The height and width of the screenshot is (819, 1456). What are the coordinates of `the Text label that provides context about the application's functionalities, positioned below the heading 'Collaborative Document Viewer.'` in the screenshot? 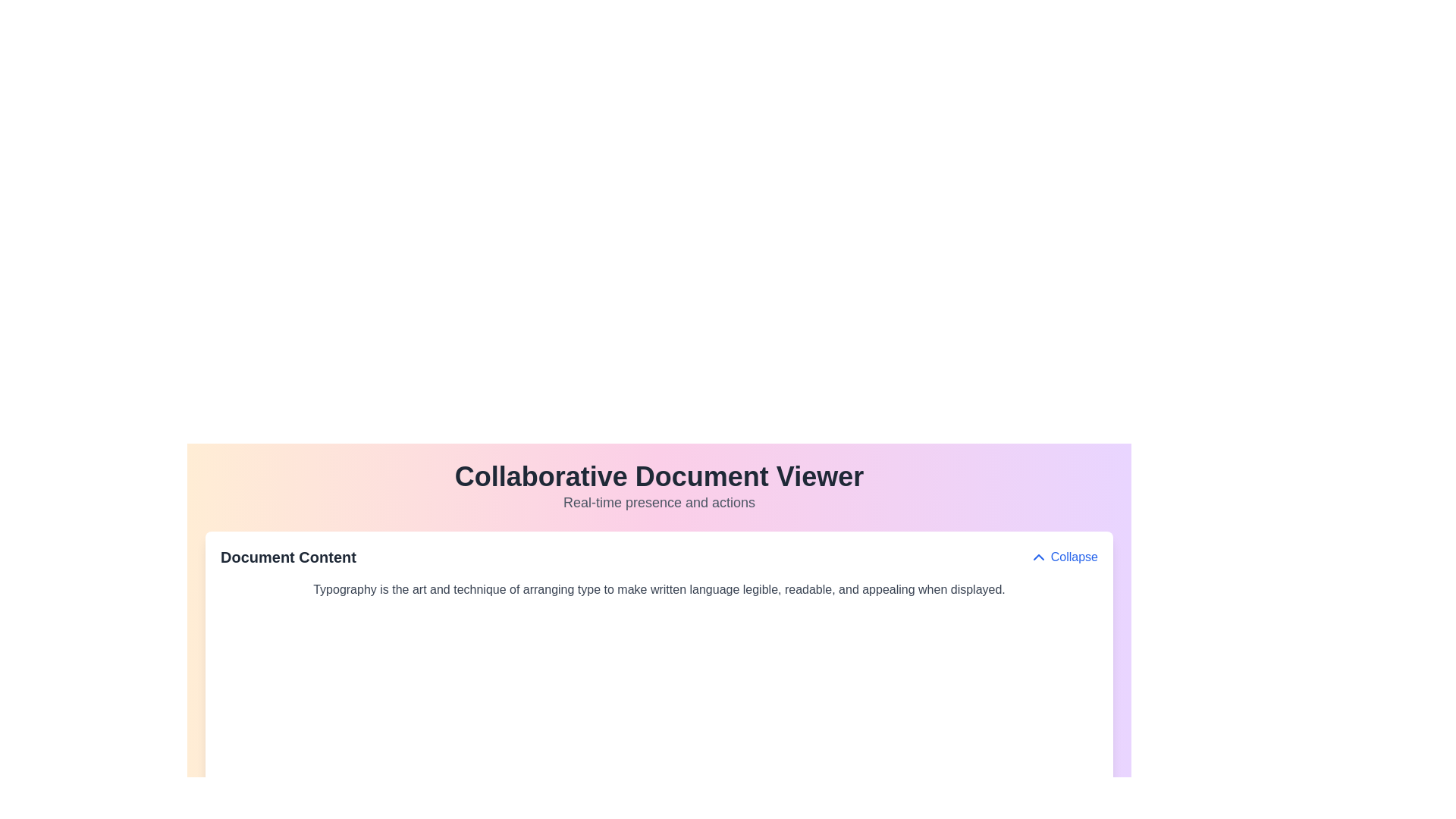 It's located at (659, 503).